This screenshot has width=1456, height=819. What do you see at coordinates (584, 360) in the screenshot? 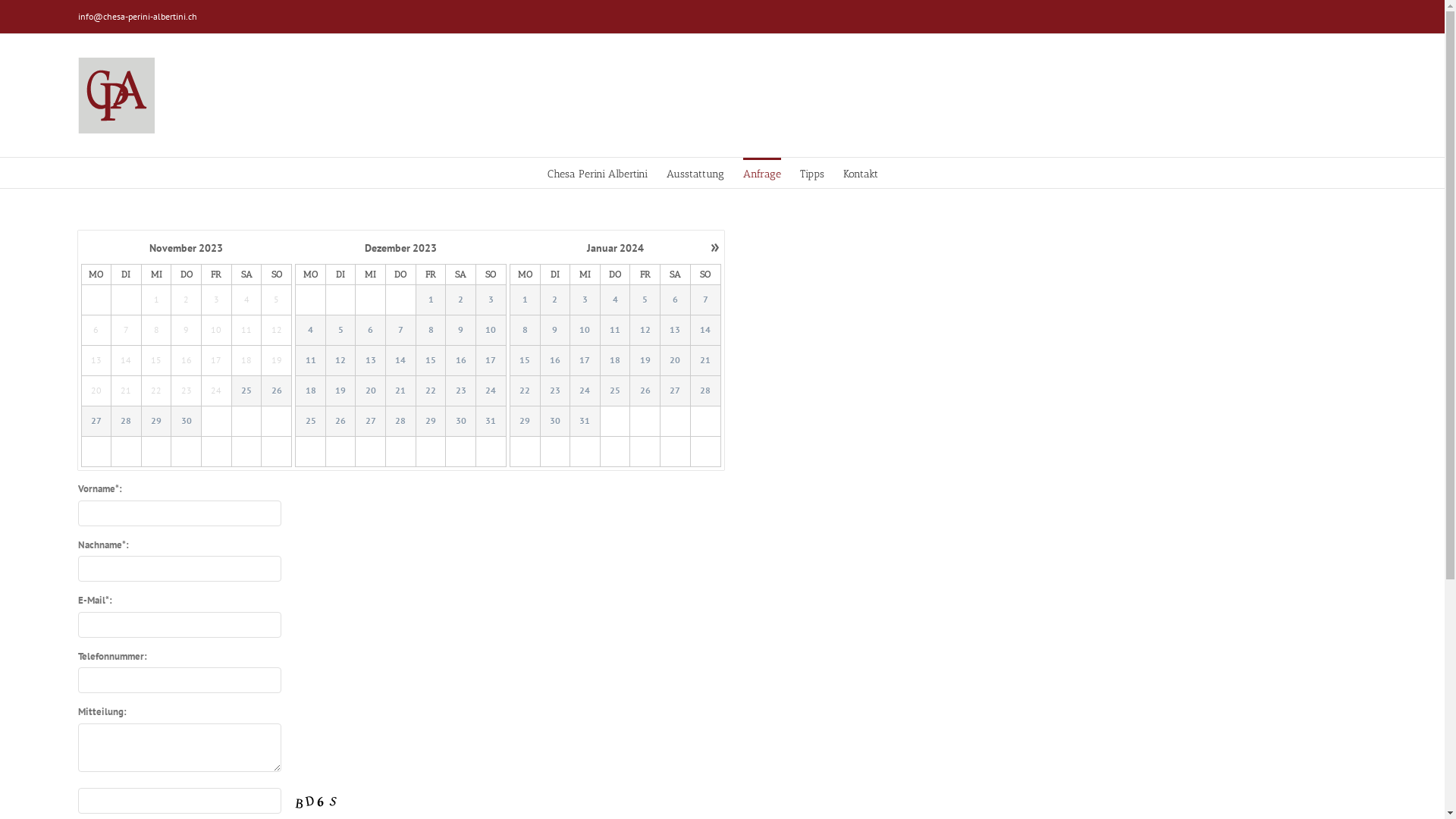
I see `'17'` at bounding box center [584, 360].